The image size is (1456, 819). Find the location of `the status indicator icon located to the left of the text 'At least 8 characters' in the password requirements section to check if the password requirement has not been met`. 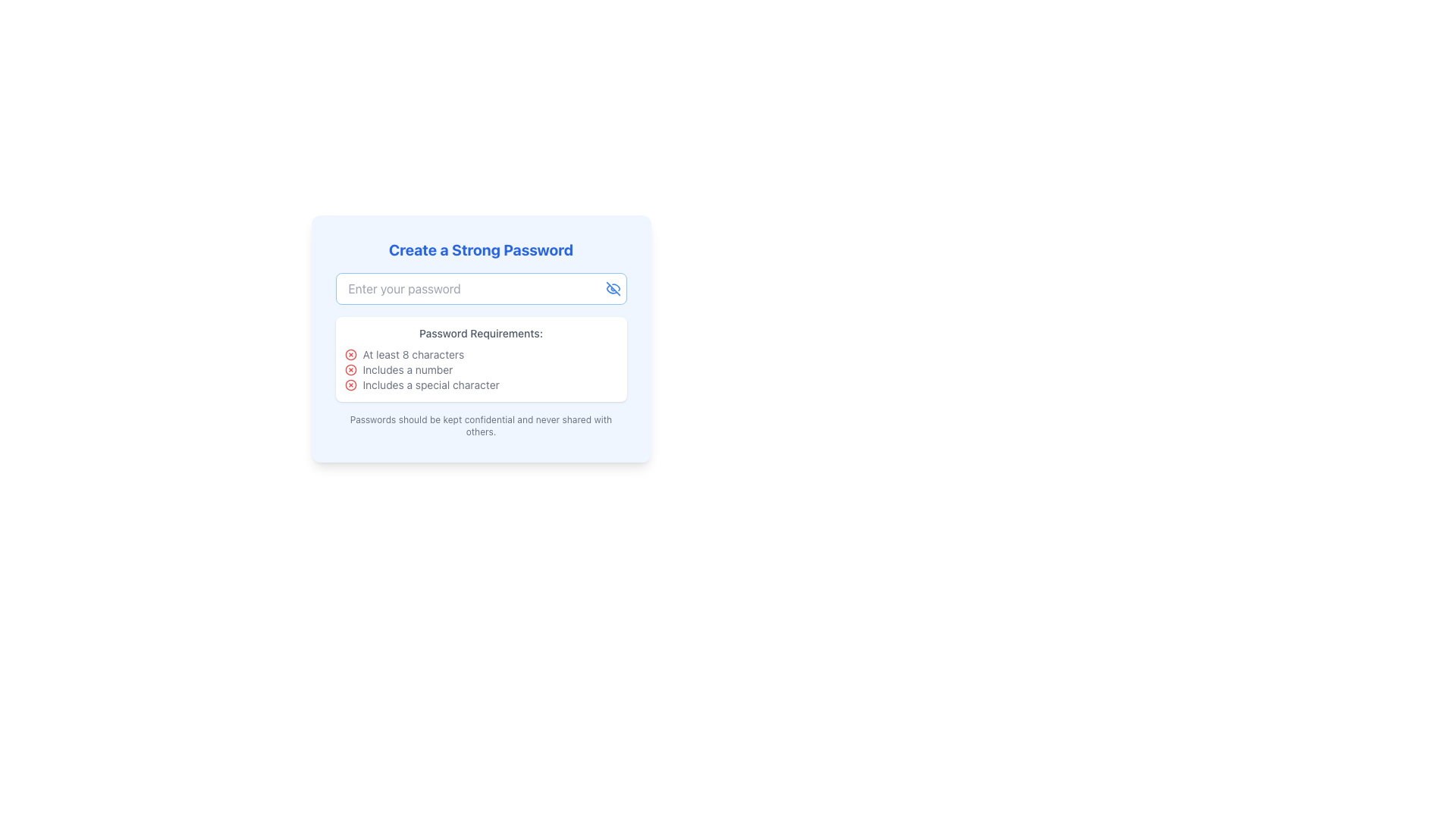

the status indicator icon located to the left of the text 'At least 8 characters' in the password requirements section to check if the password requirement has not been met is located at coordinates (350, 354).